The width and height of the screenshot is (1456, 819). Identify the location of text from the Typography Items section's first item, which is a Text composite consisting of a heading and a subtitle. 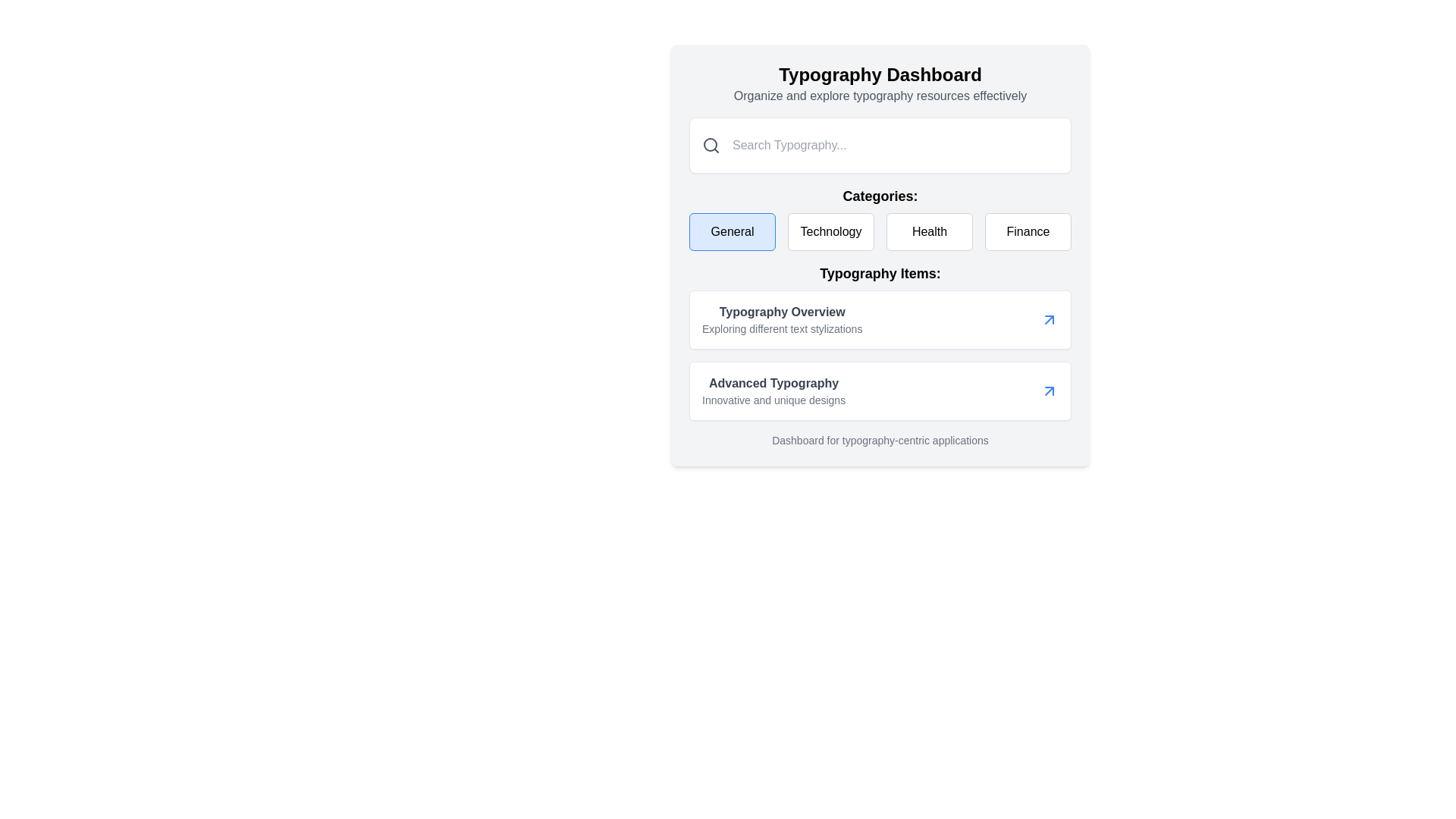
(782, 318).